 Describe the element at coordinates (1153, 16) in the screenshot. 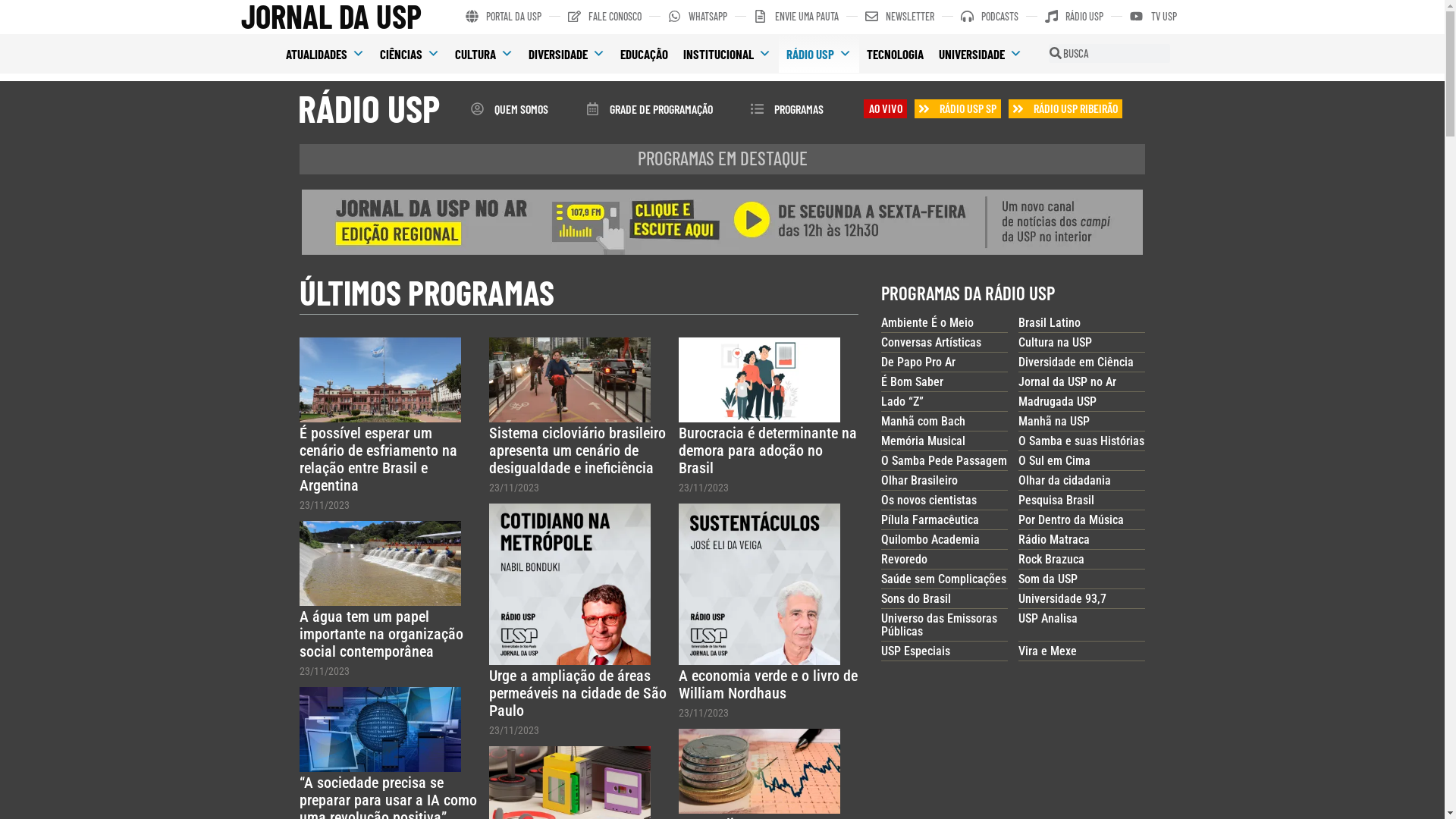

I see `'TV USP'` at that location.